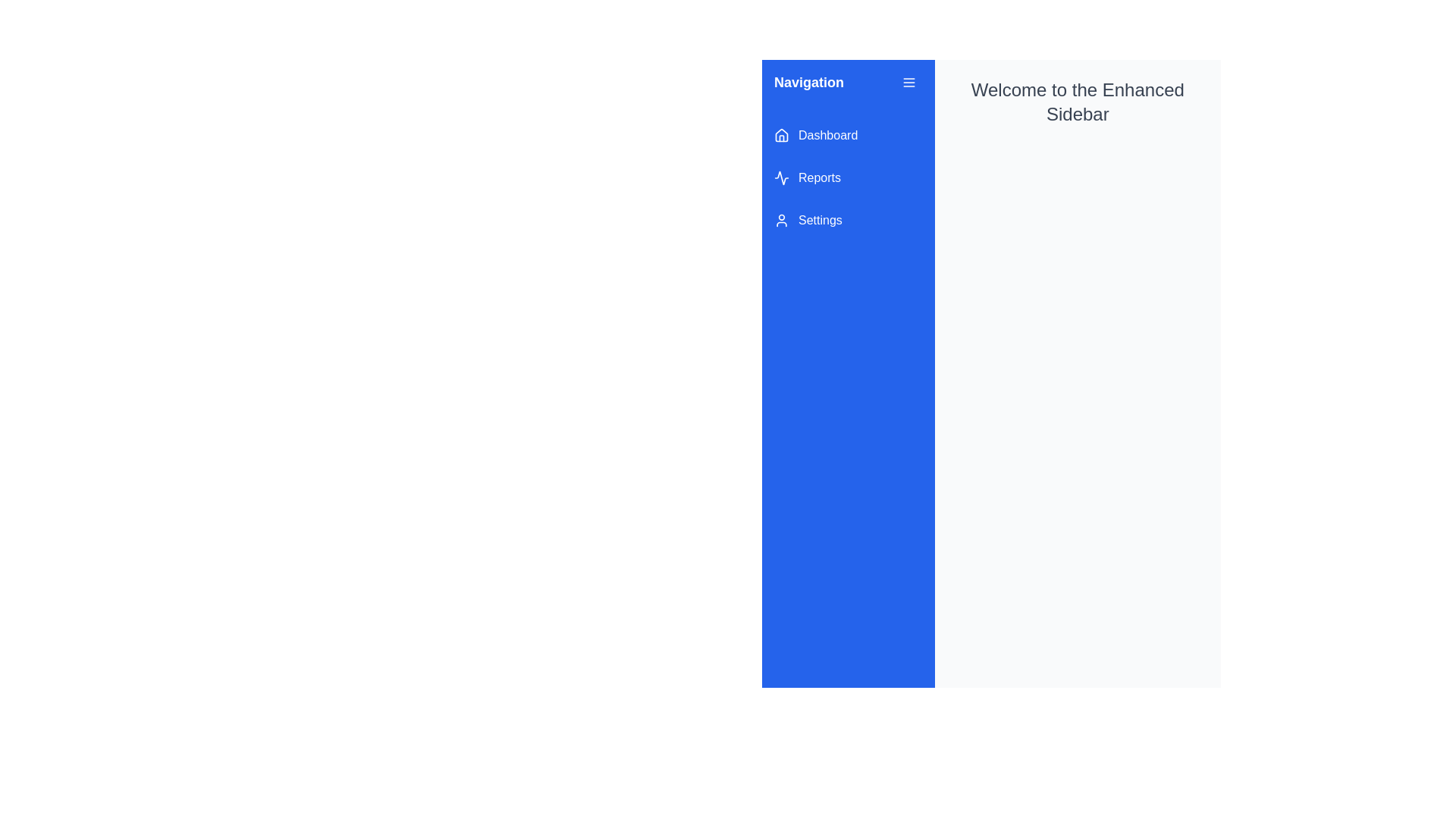 This screenshot has height=819, width=1456. Describe the element at coordinates (818, 177) in the screenshot. I see `the 'Reports' text label in the vertical navigation menu` at that location.